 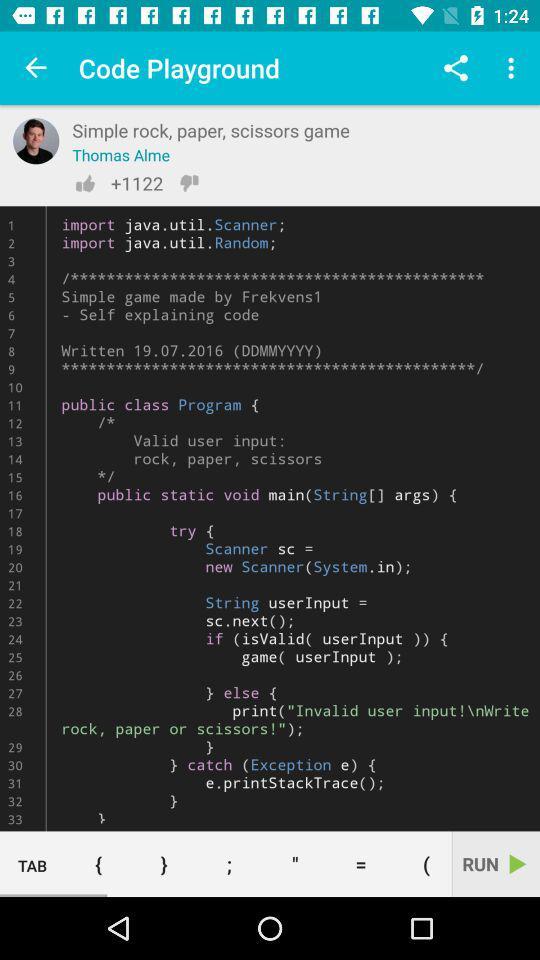 I want to click on the ;, so click(x=228, y=863).